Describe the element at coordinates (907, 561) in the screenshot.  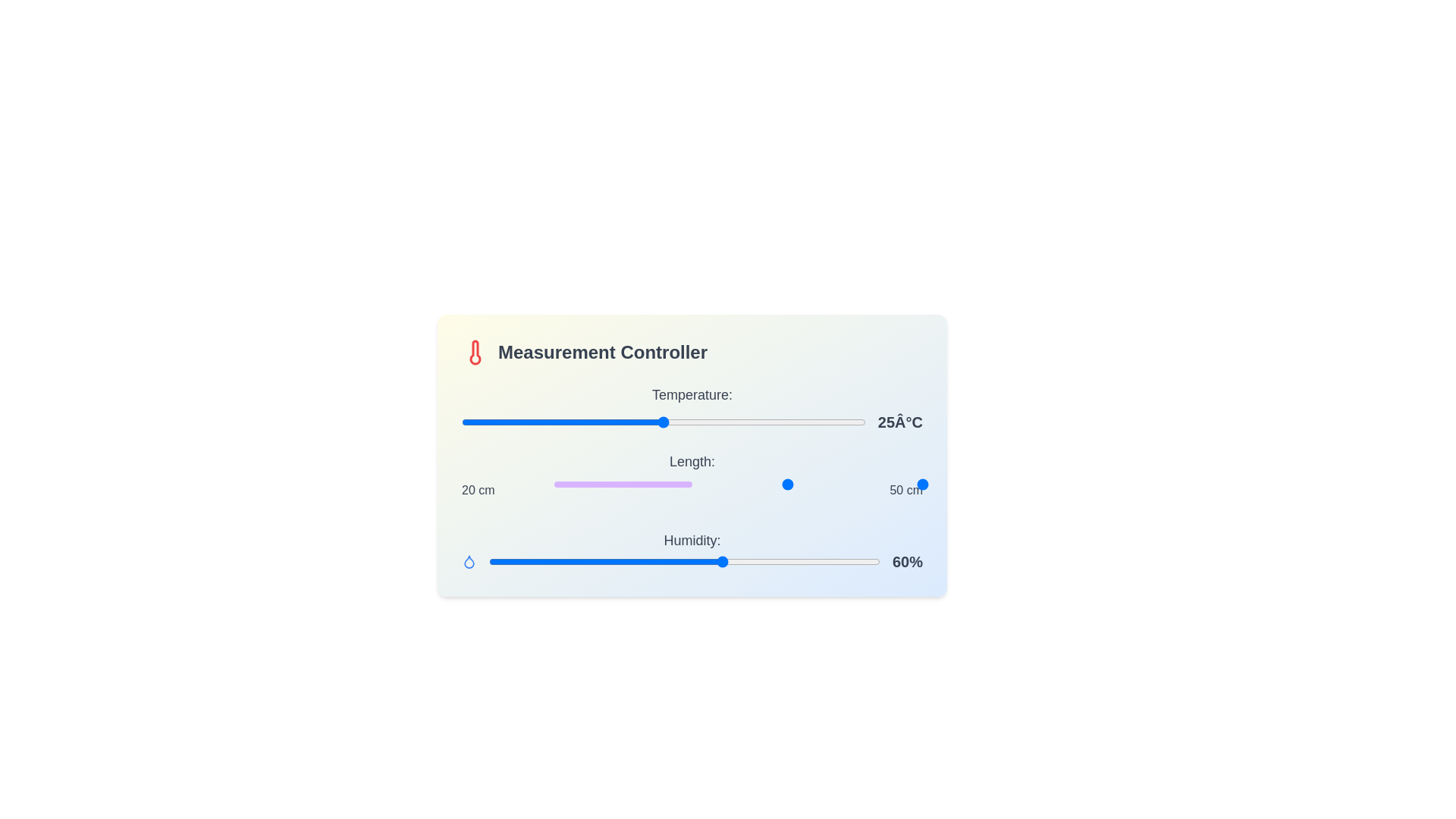
I see `the text label displaying '60%' which is positioned to the right of a horizontal blue progress bar in the bottom right corner of the interface` at that location.